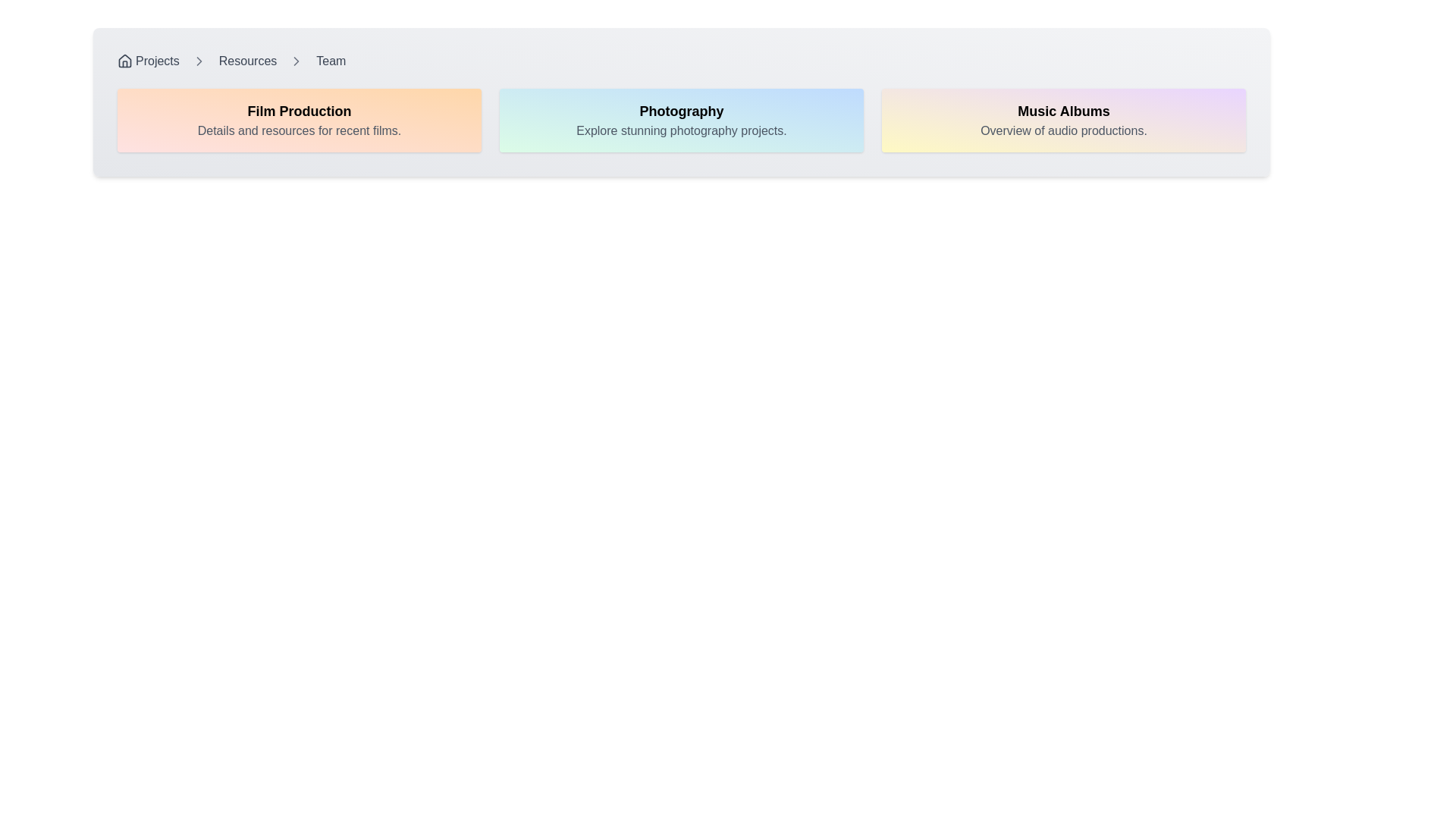 This screenshot has width=1456, height=819. What do you see at coordinates (157, 61) in the screenshot?
I see `the 'Projects' breadcrumb navigation item` at bounding box center [157, 61].